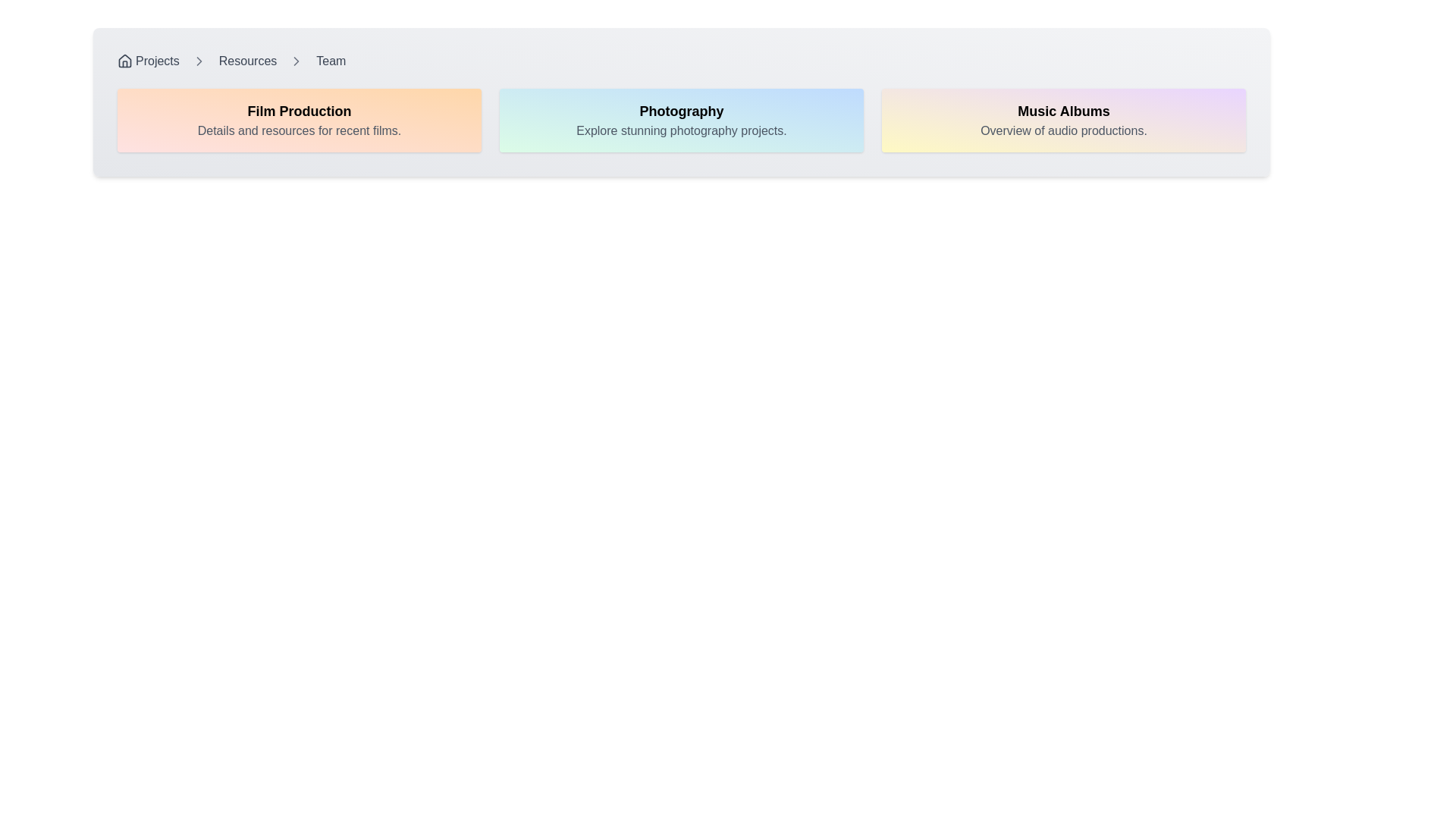 This screenshot has width=1456, height=819. What do you see at coordinates (157, 61) in the screenshot?
I see `the 'Projects' breadcrumb navigation item` at bounding box center [157, 61].